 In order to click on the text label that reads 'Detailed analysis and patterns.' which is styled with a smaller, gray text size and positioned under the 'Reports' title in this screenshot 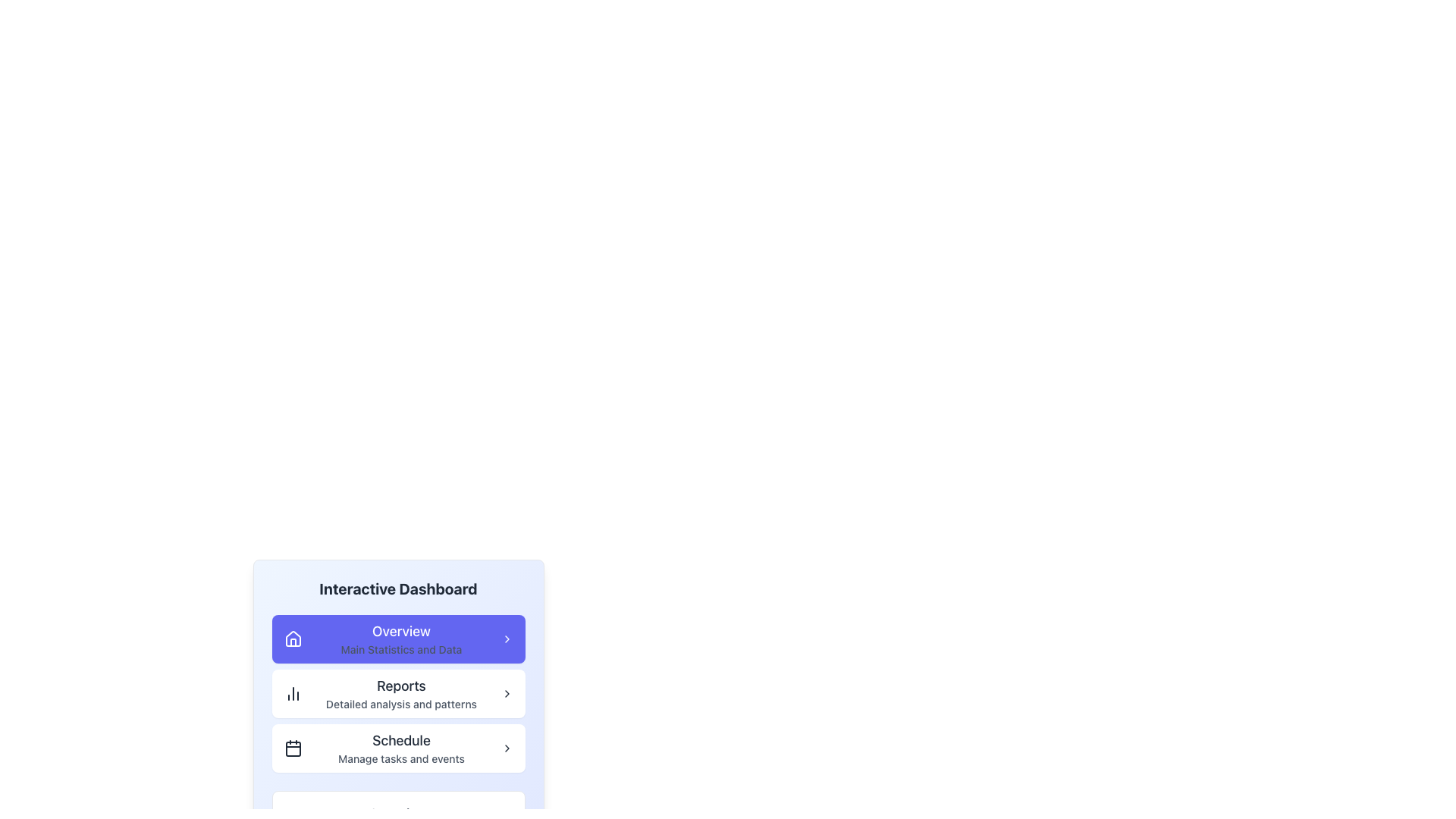, I will do `click(401, 704)`.